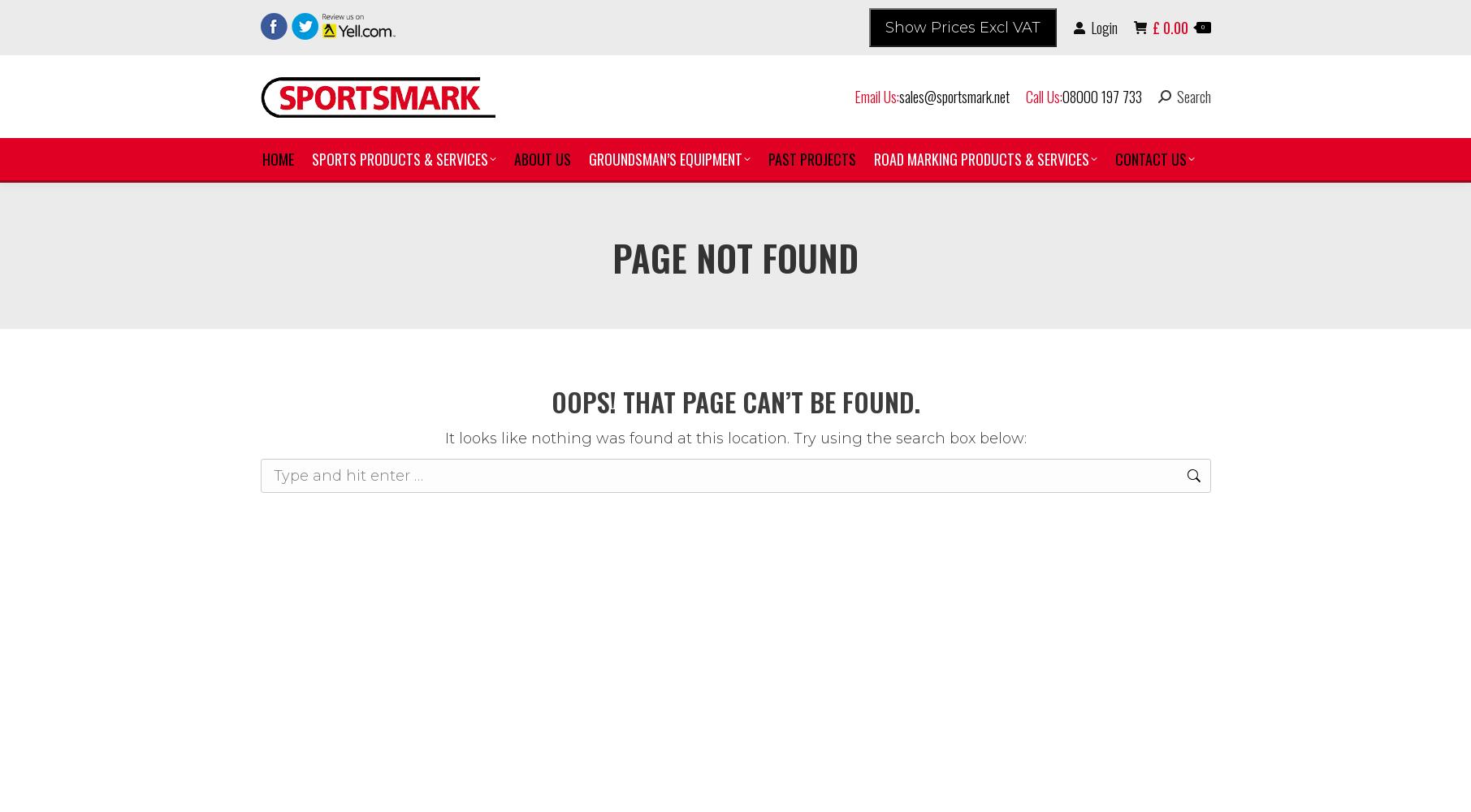  I want to click on 'Basketball', so click(362, 311).